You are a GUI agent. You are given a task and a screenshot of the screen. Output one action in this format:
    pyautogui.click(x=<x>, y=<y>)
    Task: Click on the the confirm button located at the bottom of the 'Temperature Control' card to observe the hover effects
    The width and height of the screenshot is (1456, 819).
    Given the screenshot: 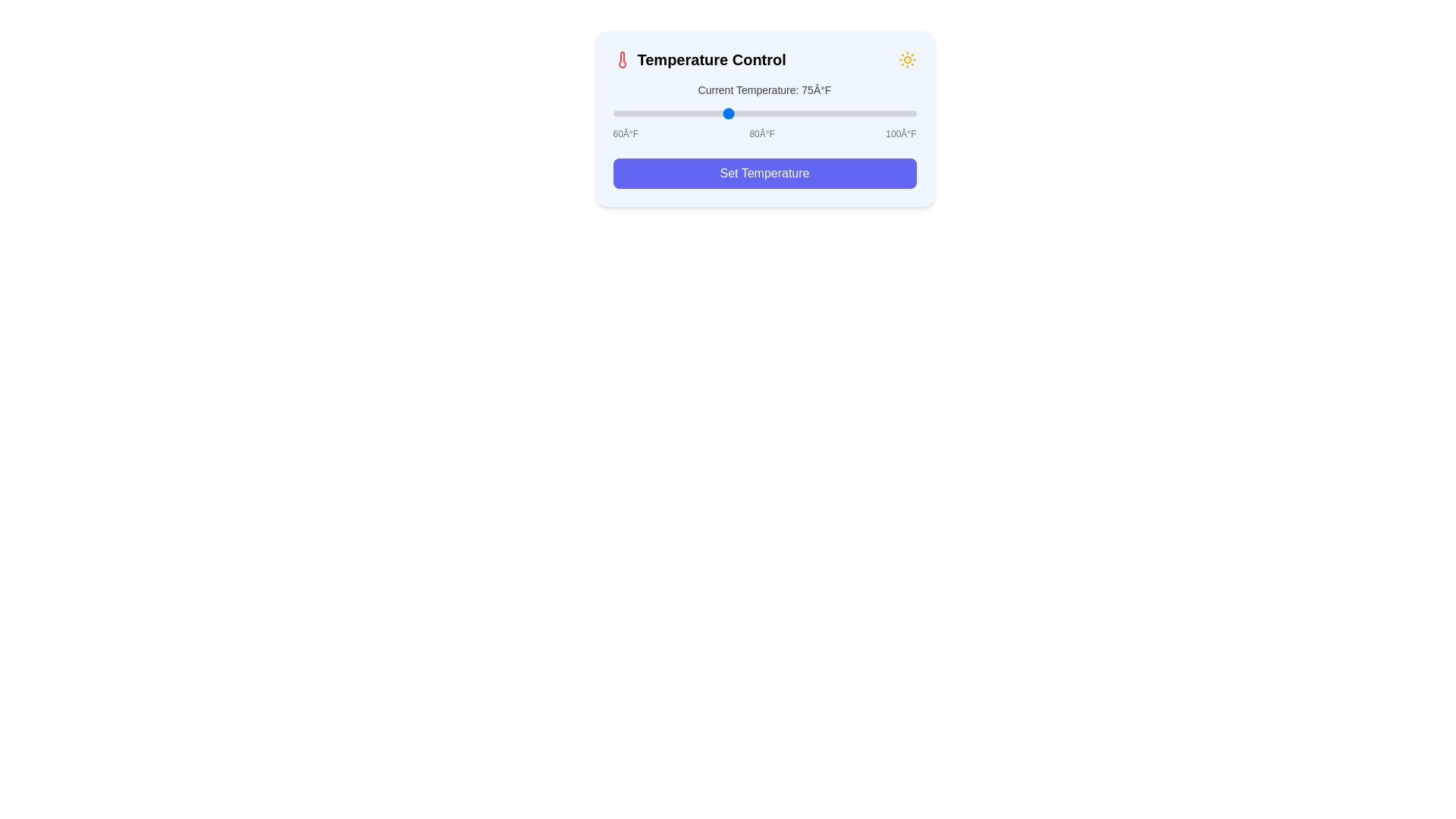 What is the action you would take?
    pyautogui.click(x=764, y=172)
    